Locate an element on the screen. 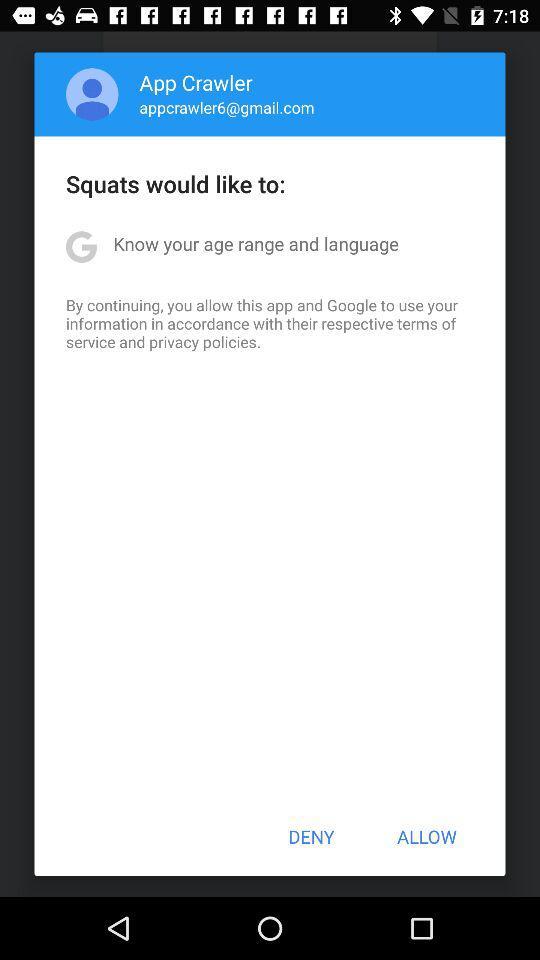  the app above appcrawler6@gmail.com icon is located at coordinates (196, 82).